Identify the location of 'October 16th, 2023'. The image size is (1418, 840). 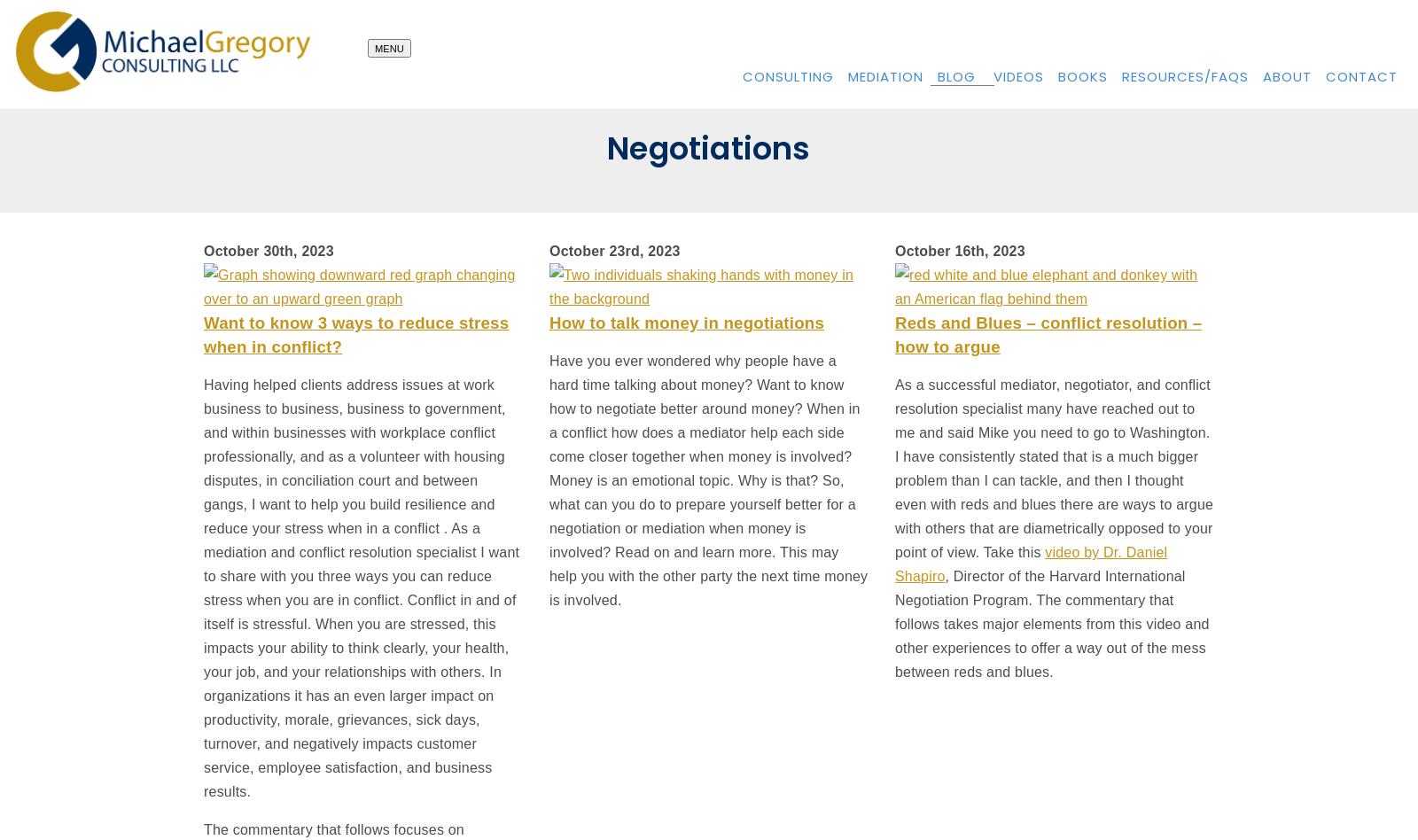
(960, 251).